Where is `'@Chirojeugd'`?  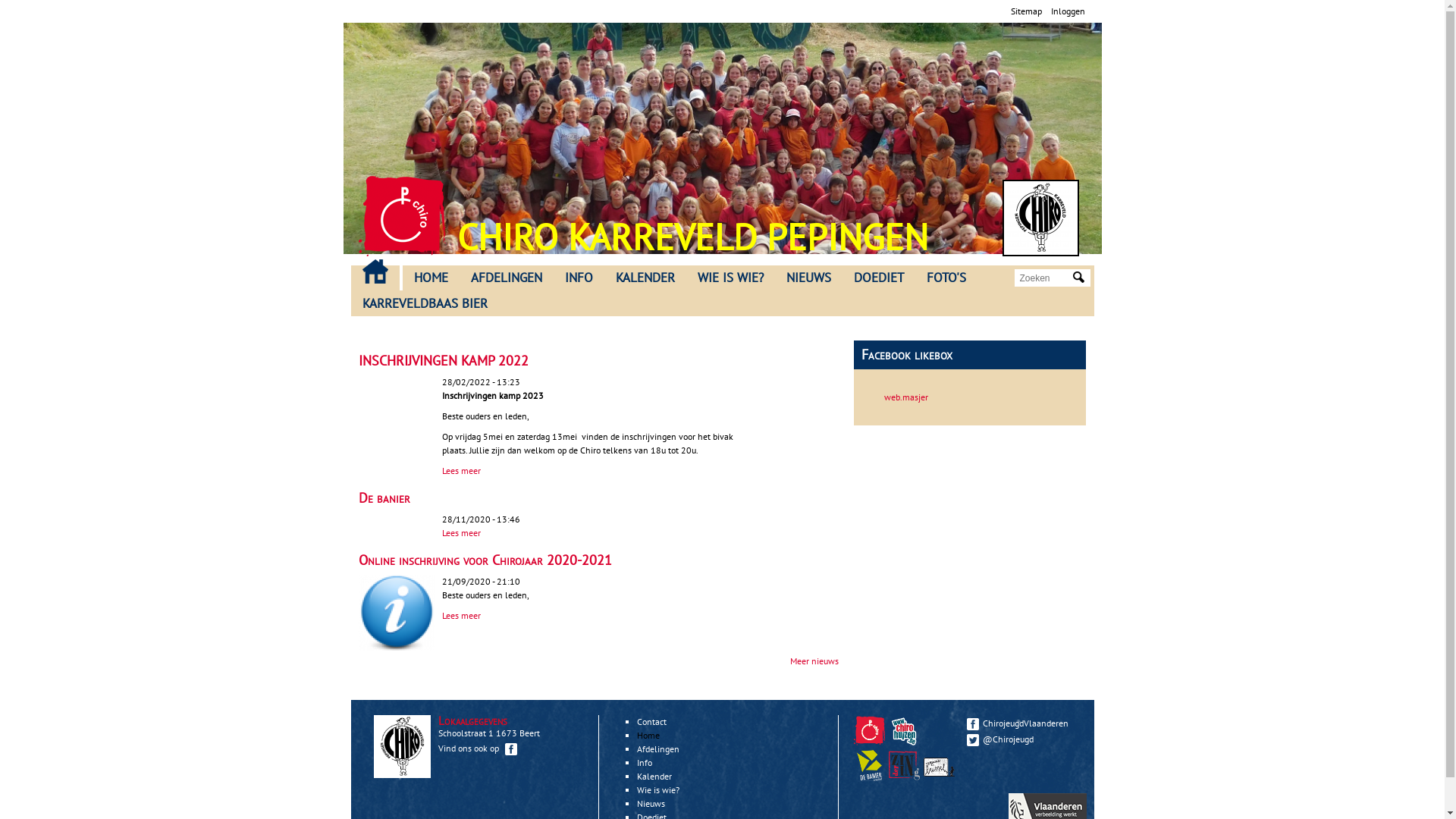 '@Chirojeugd' is located at coordinates (1022, 738).